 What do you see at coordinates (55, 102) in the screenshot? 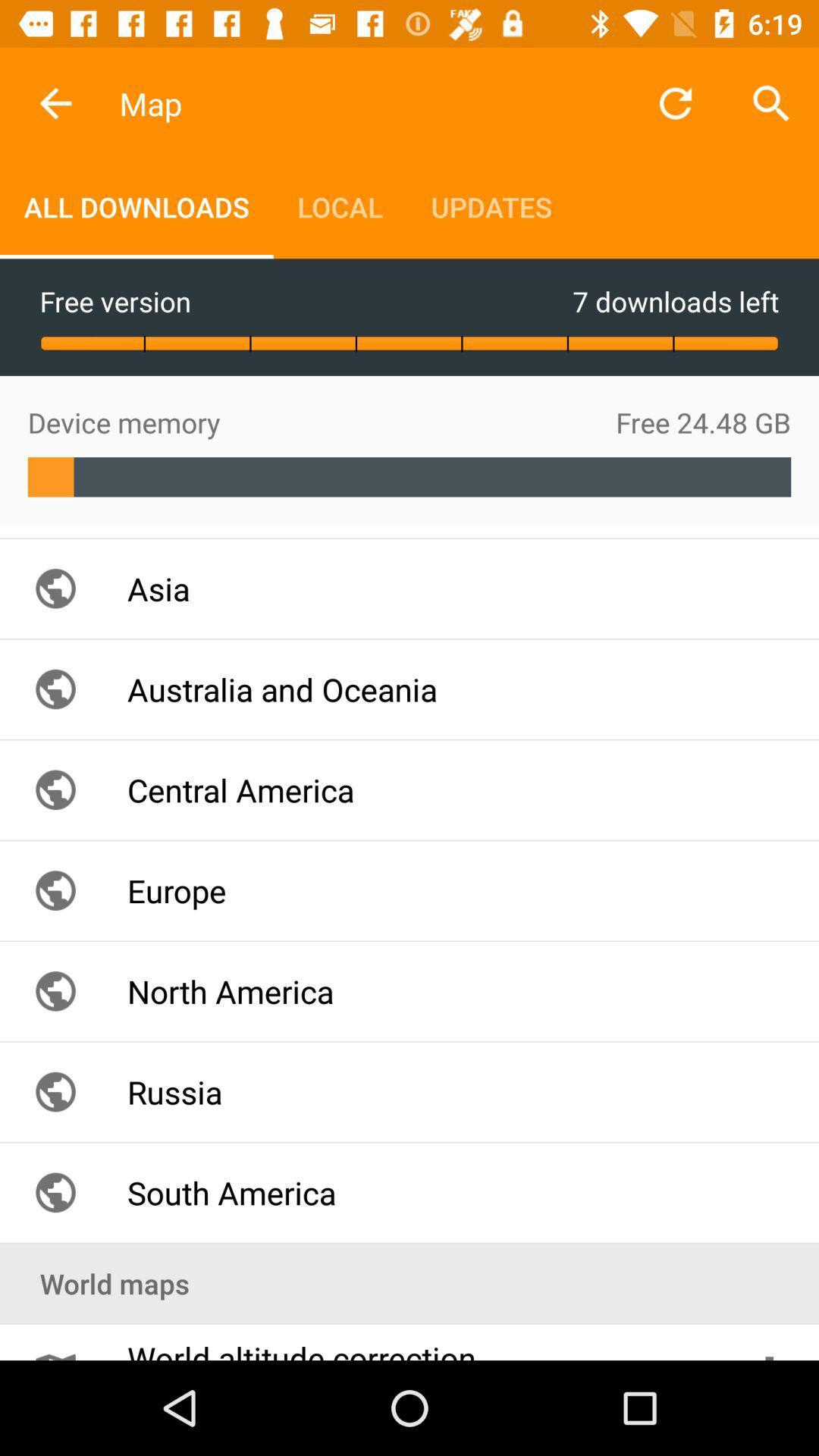
I see `icon to the left of map icon` at bounding box center [55, 102].